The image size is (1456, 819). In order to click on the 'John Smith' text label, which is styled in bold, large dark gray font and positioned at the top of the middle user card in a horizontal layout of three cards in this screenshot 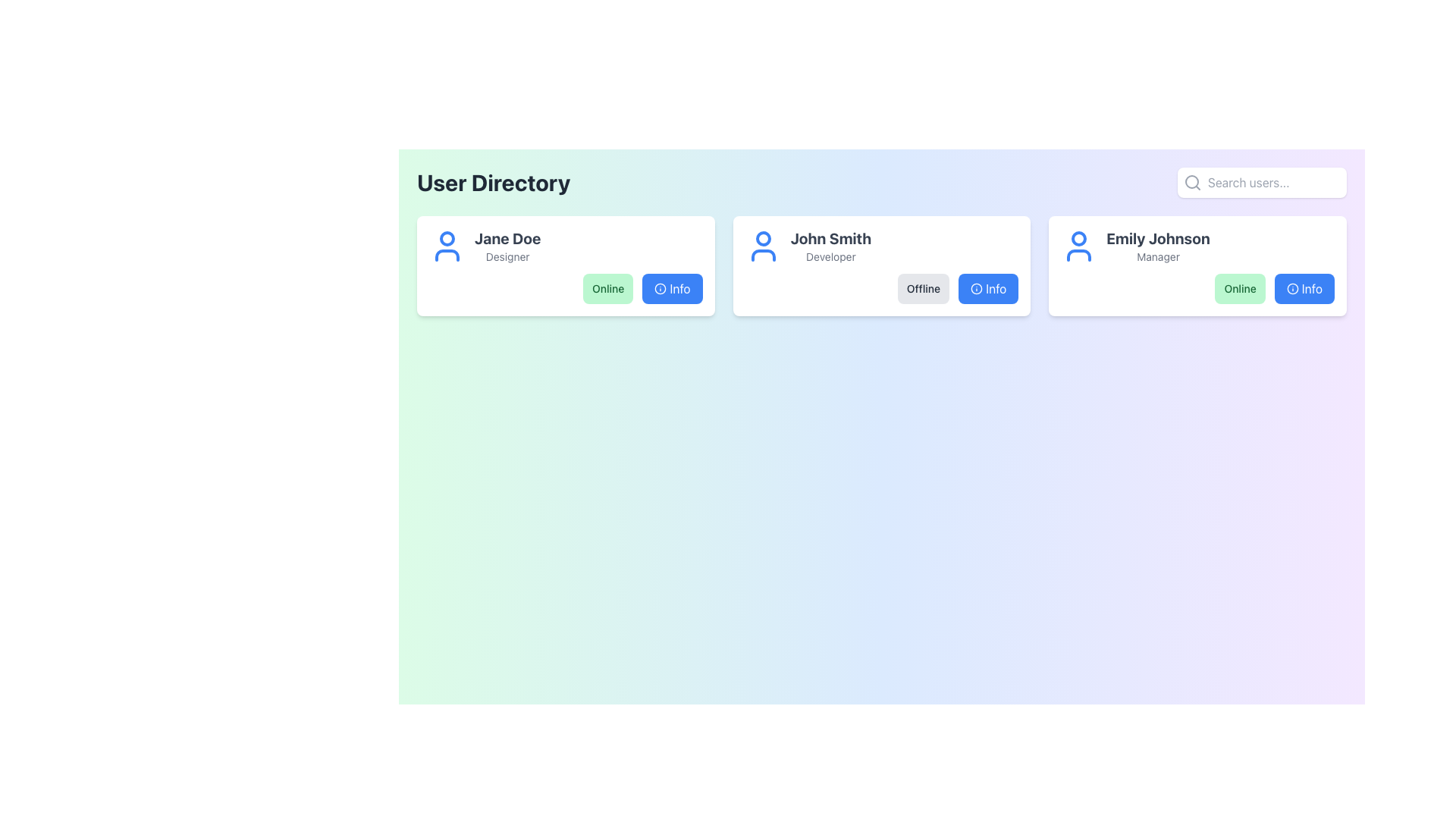, I will do `click(830, 239)`.